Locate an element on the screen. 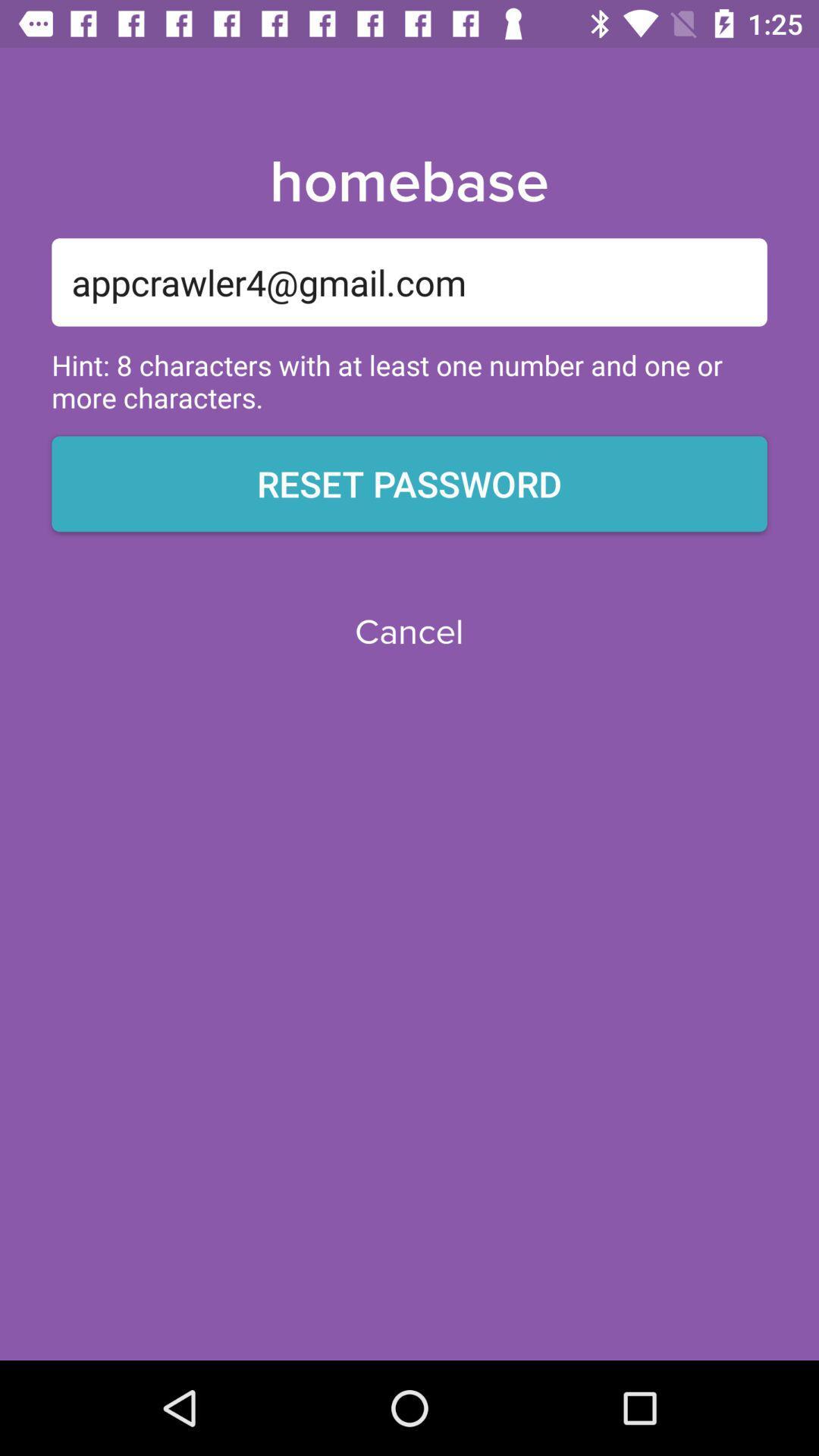 The image size is (819, 1456). item below homebase is located at coordinates (409, 282).